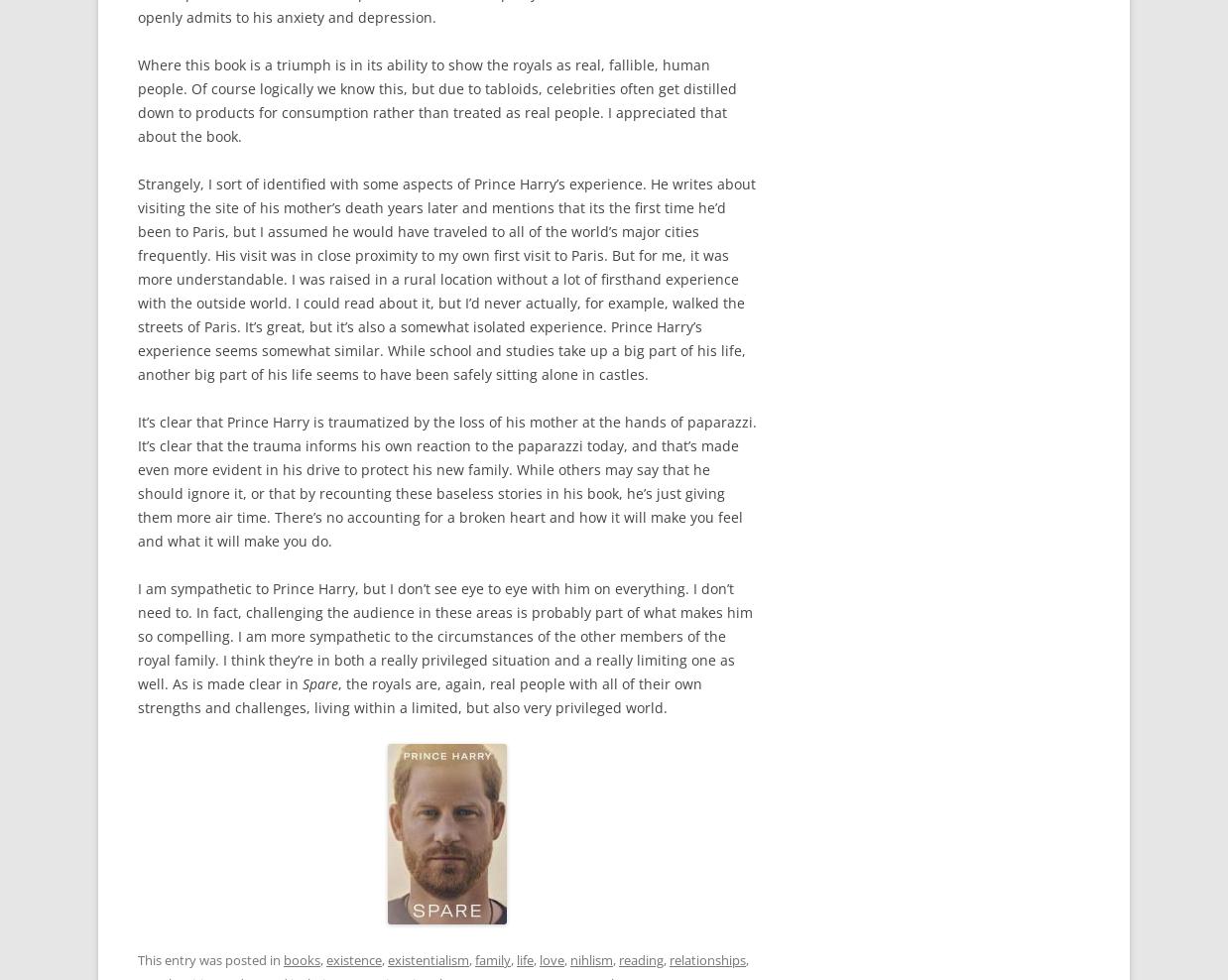  Describe the element at coordinates (209, 960) in the screenshot. I see `'This entry was posted in'` at that location.